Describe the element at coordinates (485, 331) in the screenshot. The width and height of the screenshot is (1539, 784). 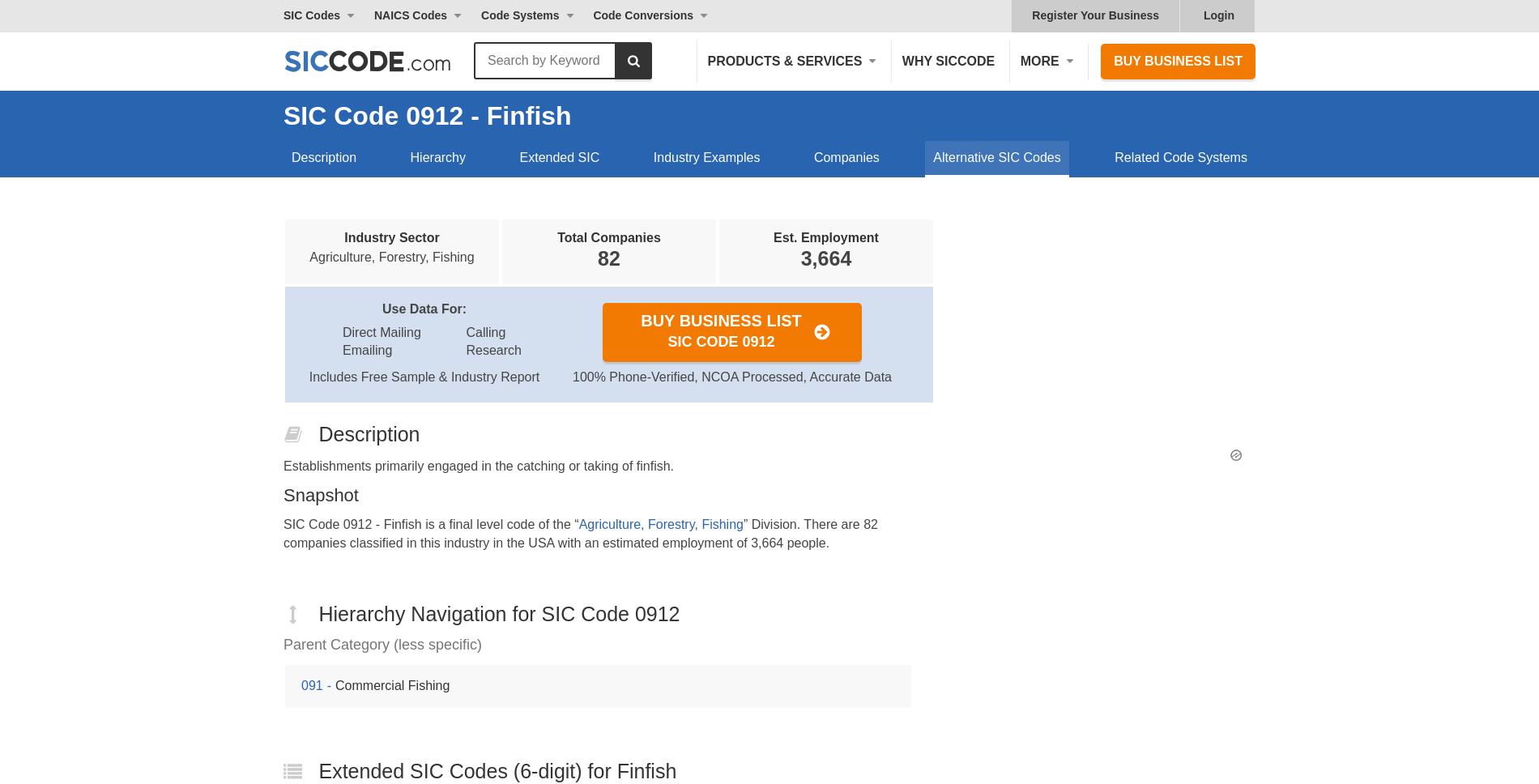
I see `'Calling'` at that location.